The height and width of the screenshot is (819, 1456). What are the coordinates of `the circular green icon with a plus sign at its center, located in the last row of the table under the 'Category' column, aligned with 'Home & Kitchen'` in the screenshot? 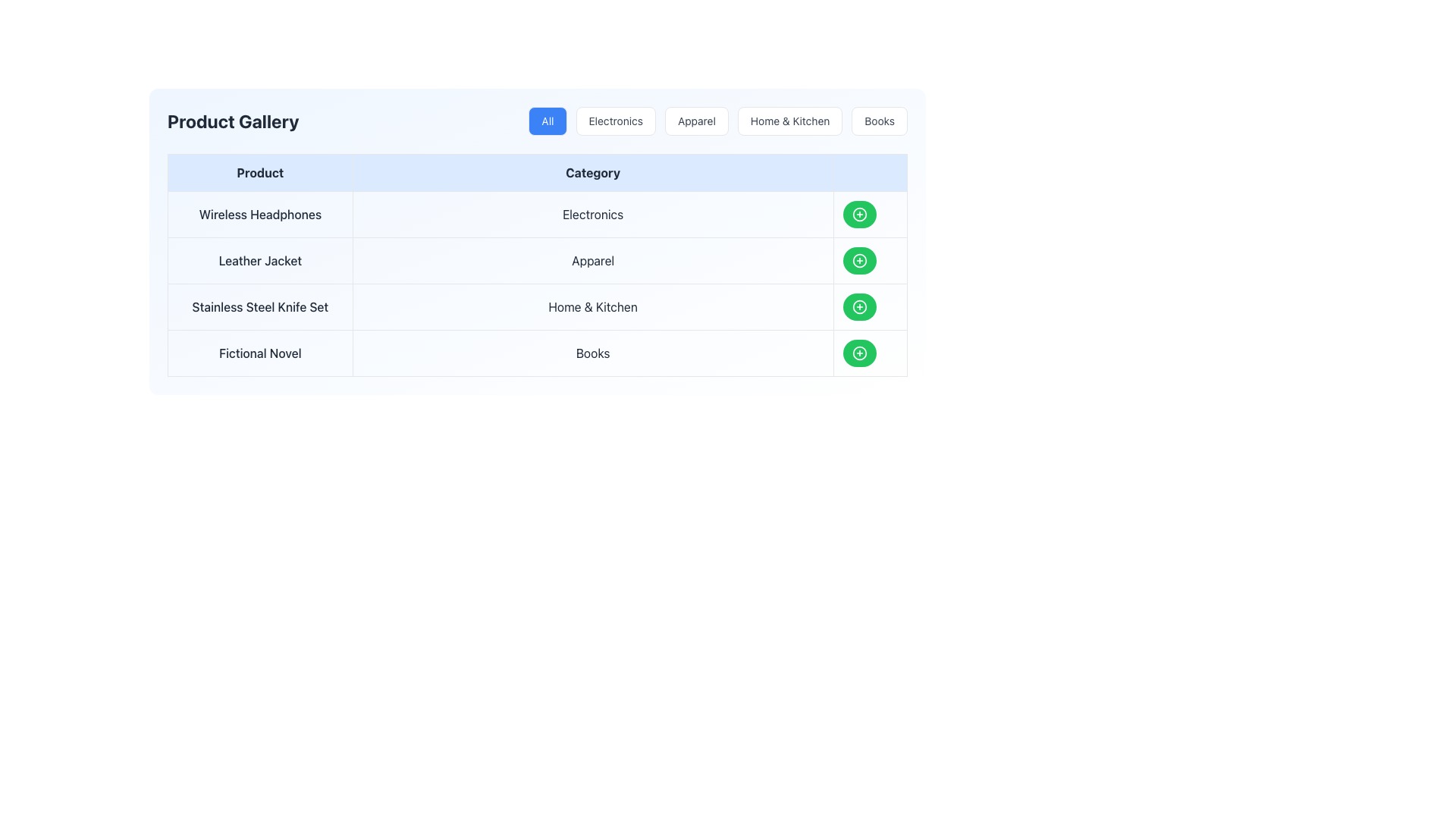 It's located at (859, 307).